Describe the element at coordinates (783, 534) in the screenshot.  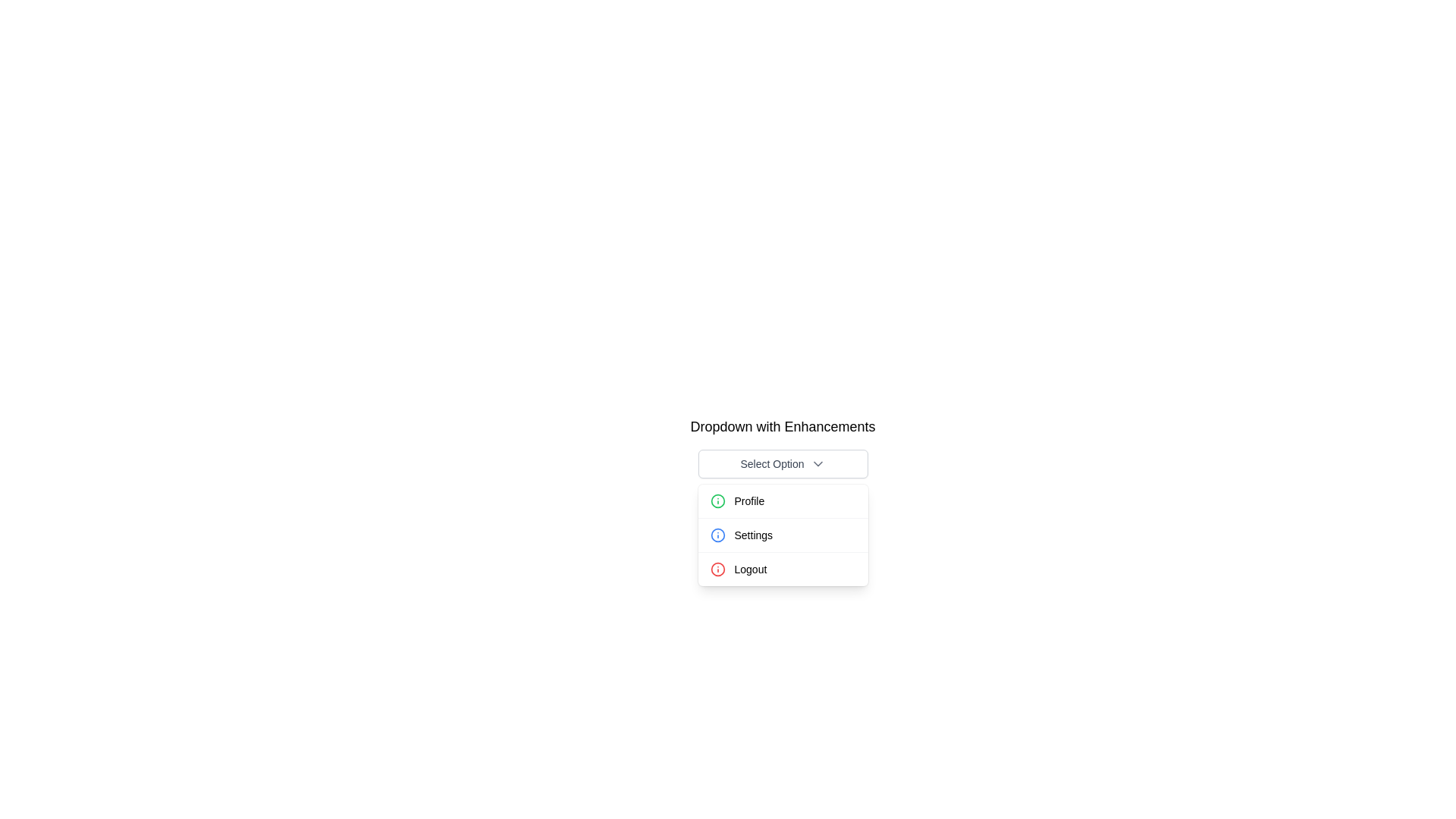
I see `the 'Settings' button, the second item in the dropdown menu` at that location.